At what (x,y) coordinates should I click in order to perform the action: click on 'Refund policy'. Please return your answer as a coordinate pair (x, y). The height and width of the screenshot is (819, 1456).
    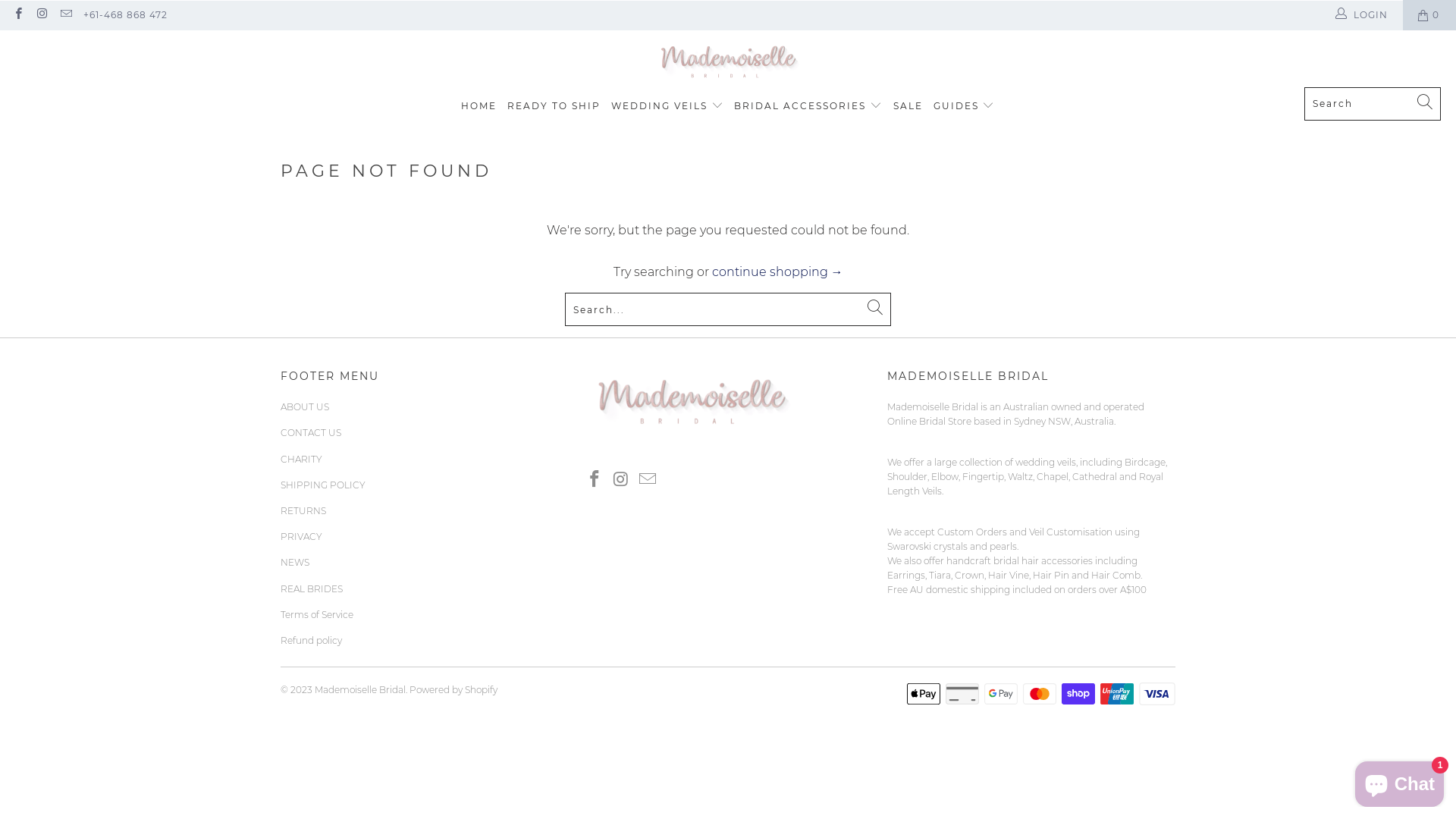
    Looking at the image, I should click on (310, 640).